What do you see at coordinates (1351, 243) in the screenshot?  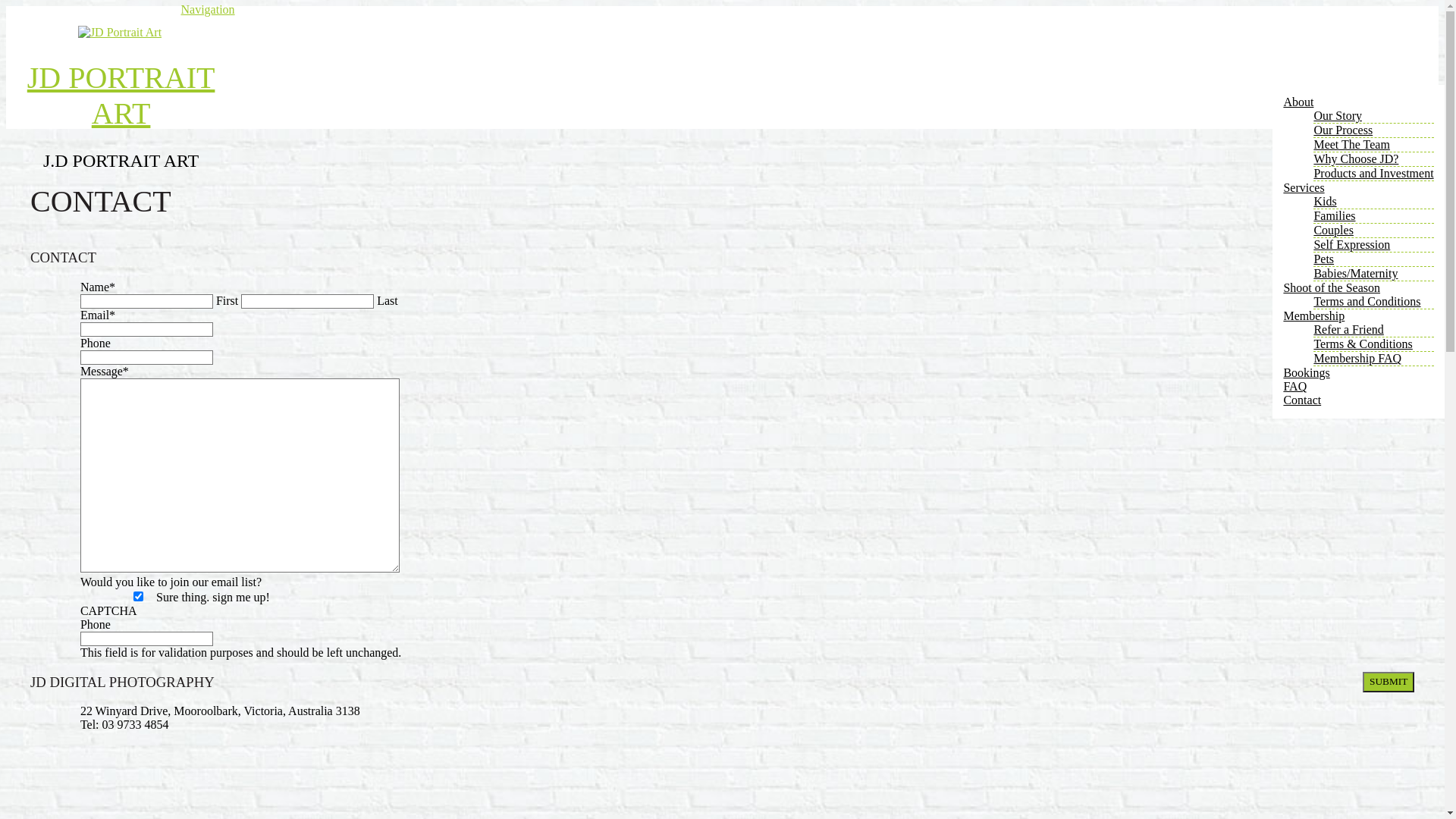 I see `'Self Expression'` at bounding box center [1351, 243].